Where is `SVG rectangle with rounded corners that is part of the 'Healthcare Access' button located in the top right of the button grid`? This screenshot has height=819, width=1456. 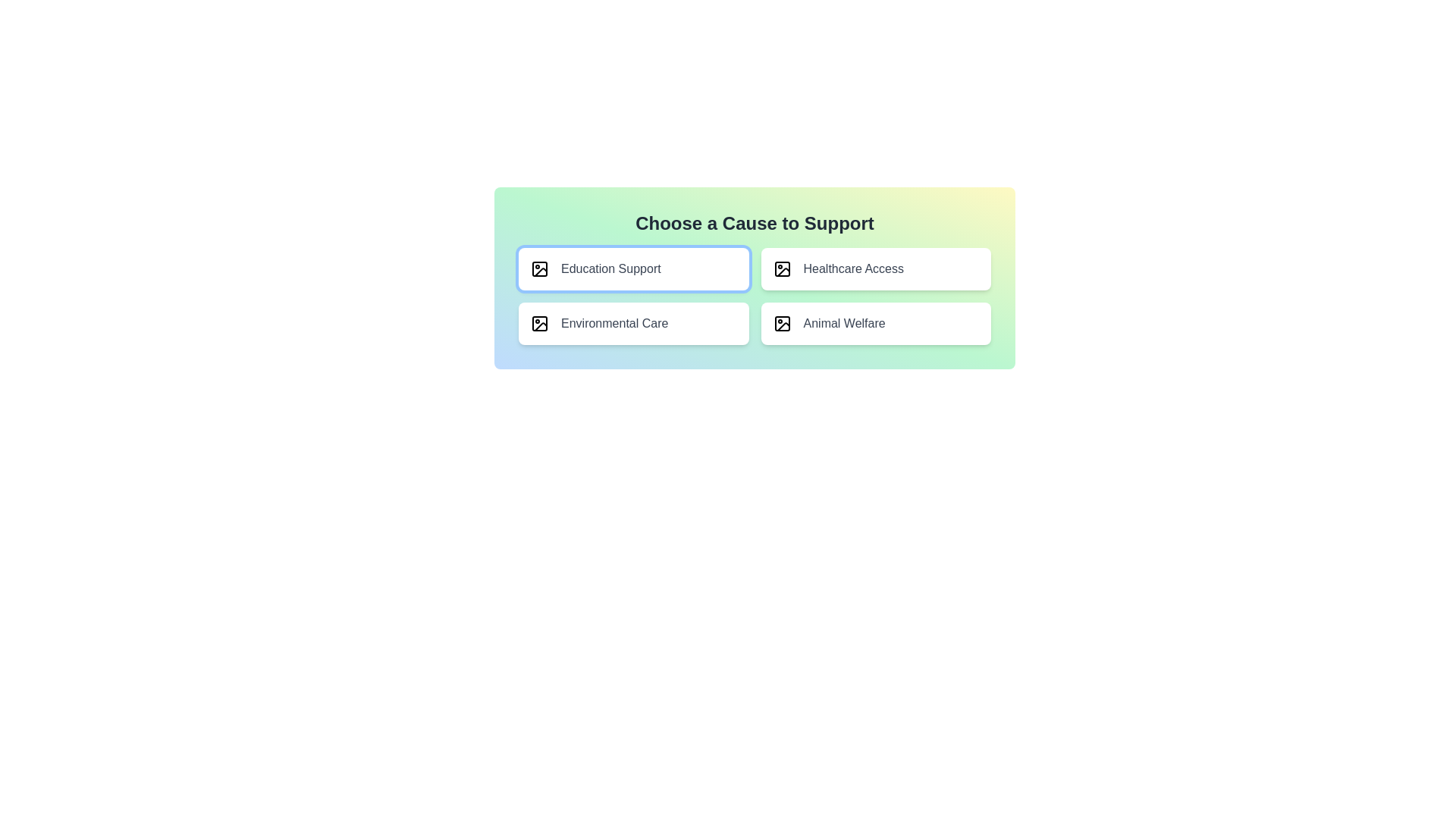 SVG rectangle with rounded corners that is part of the 'Healthcare Access' button located in the top right of the button grid is located at coordinates (782, 268).